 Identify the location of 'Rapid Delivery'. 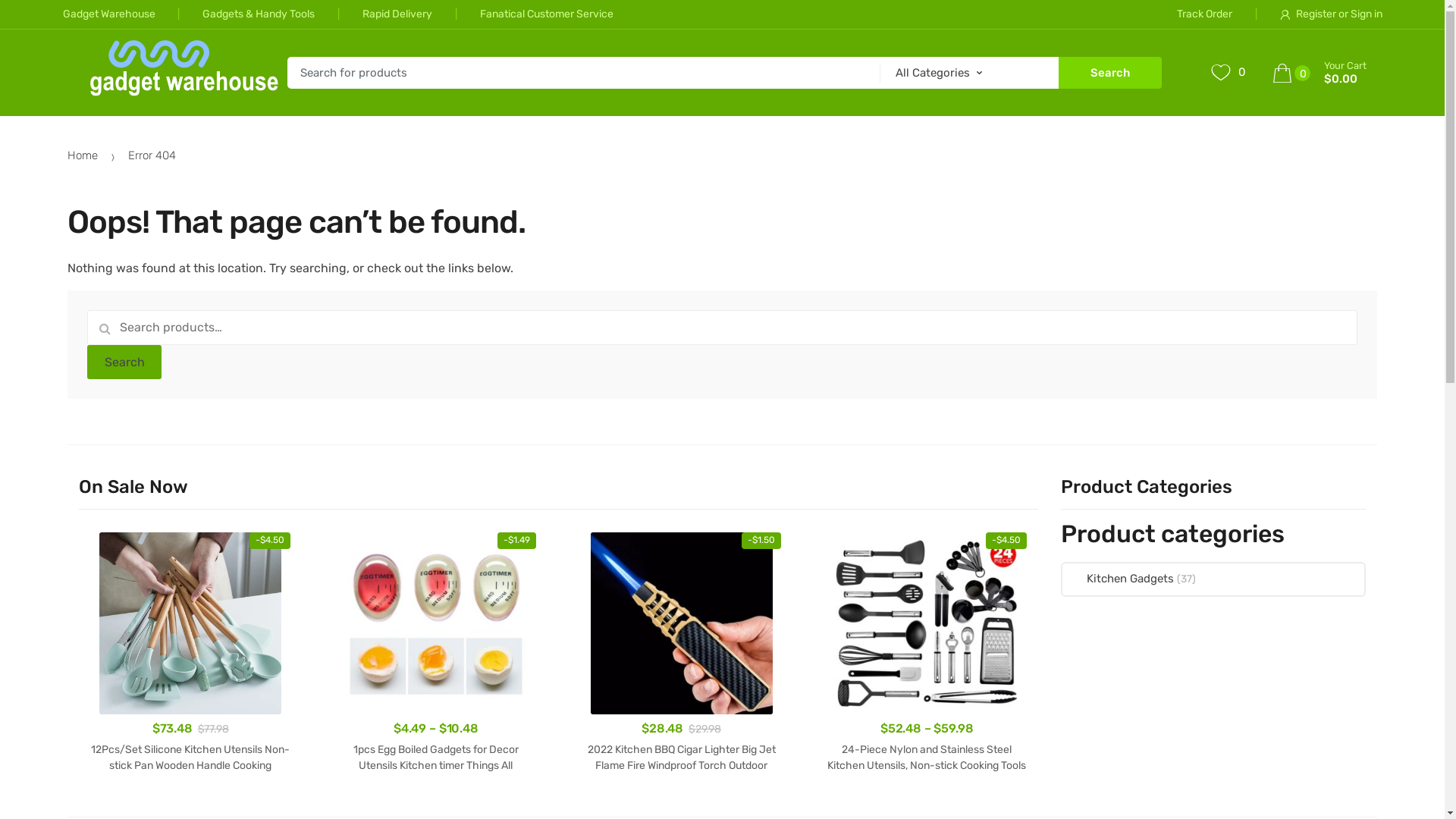
(373, 14).